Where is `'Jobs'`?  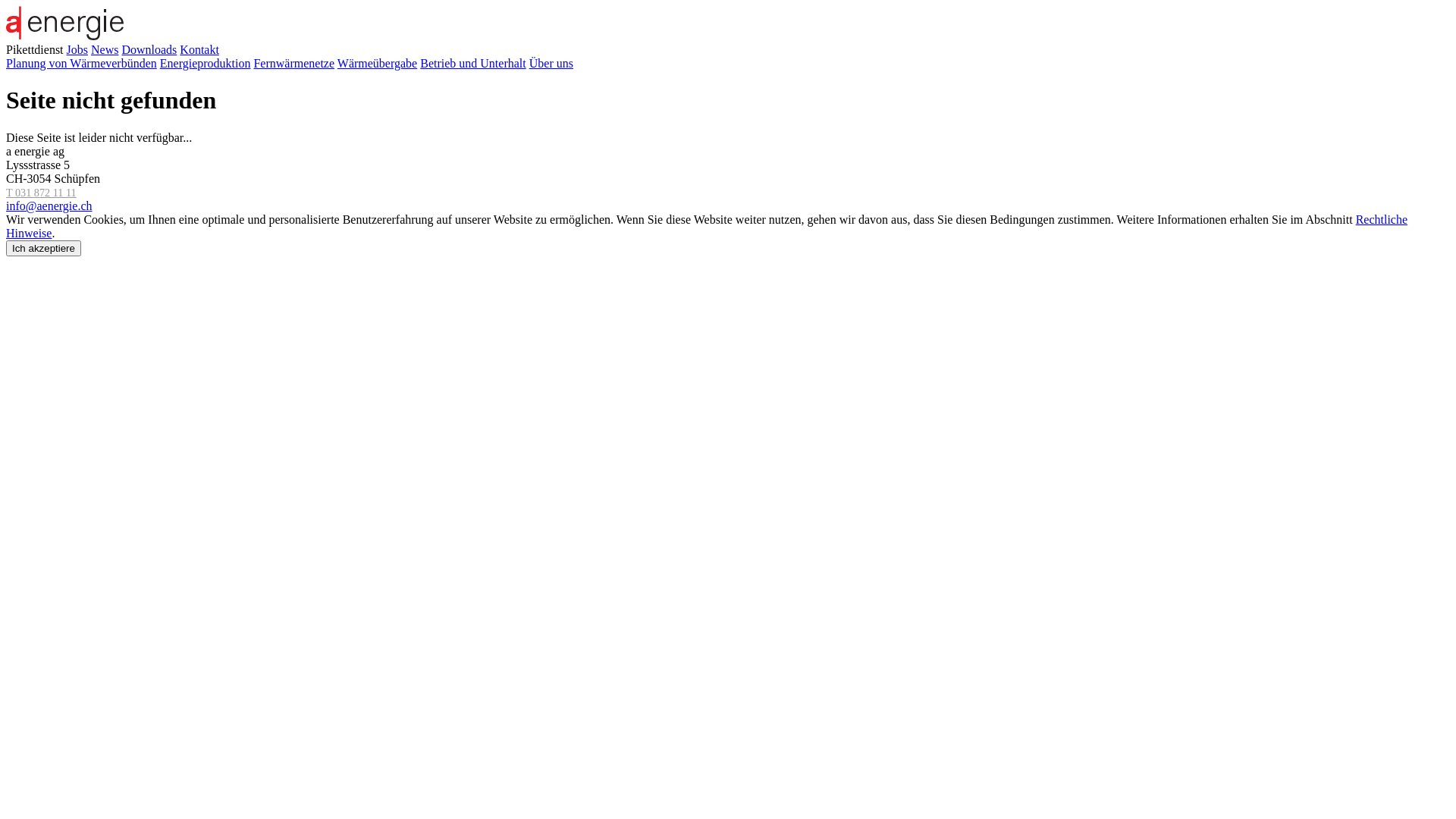
'Jobs' is located at coordinates (65, 49).